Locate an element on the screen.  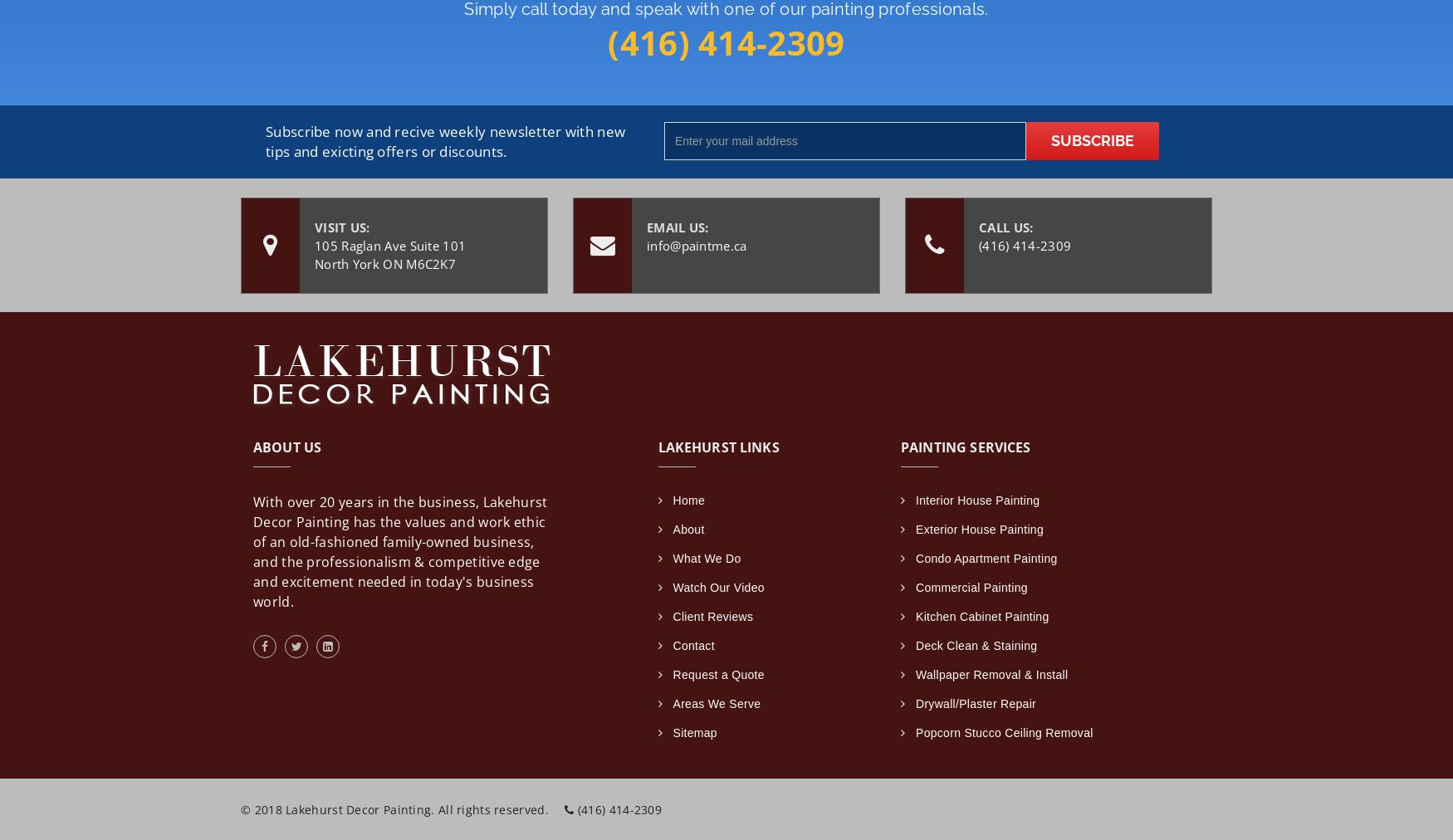
'Lakehurst Links' is located at coordinates (718, 445).